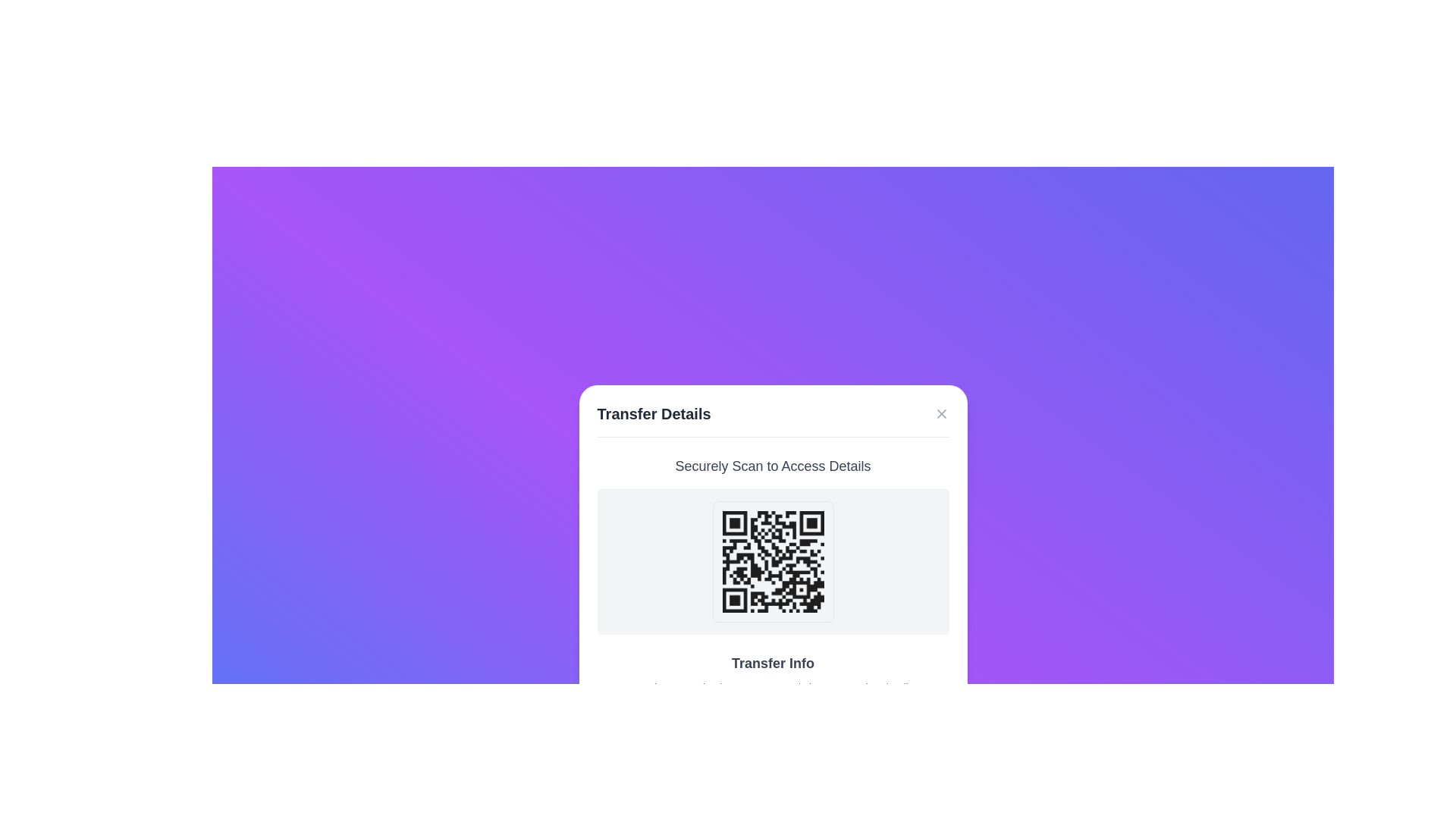 The image size is (1456, 819). What do you see at coordinates (773, 673) in the screenshot?
I see `the informational text block titled 'Transfer Info' which contains a description about using the QR code for transaction details` at bounding box center [773, 673].